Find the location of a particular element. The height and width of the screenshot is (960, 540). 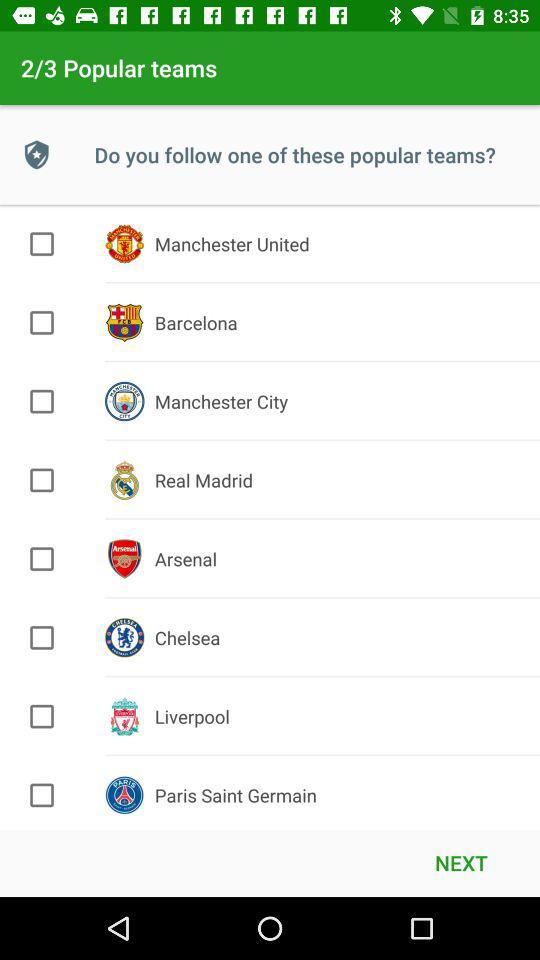

manchester united is located at coordinates (42, 243).